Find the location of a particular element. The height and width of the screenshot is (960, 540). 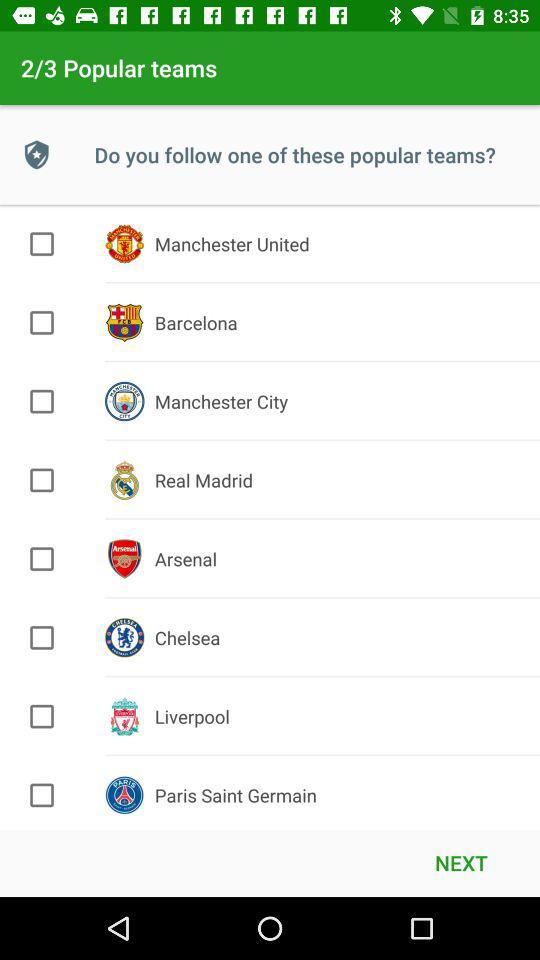

manchester united is located at coordinates (42, 243).